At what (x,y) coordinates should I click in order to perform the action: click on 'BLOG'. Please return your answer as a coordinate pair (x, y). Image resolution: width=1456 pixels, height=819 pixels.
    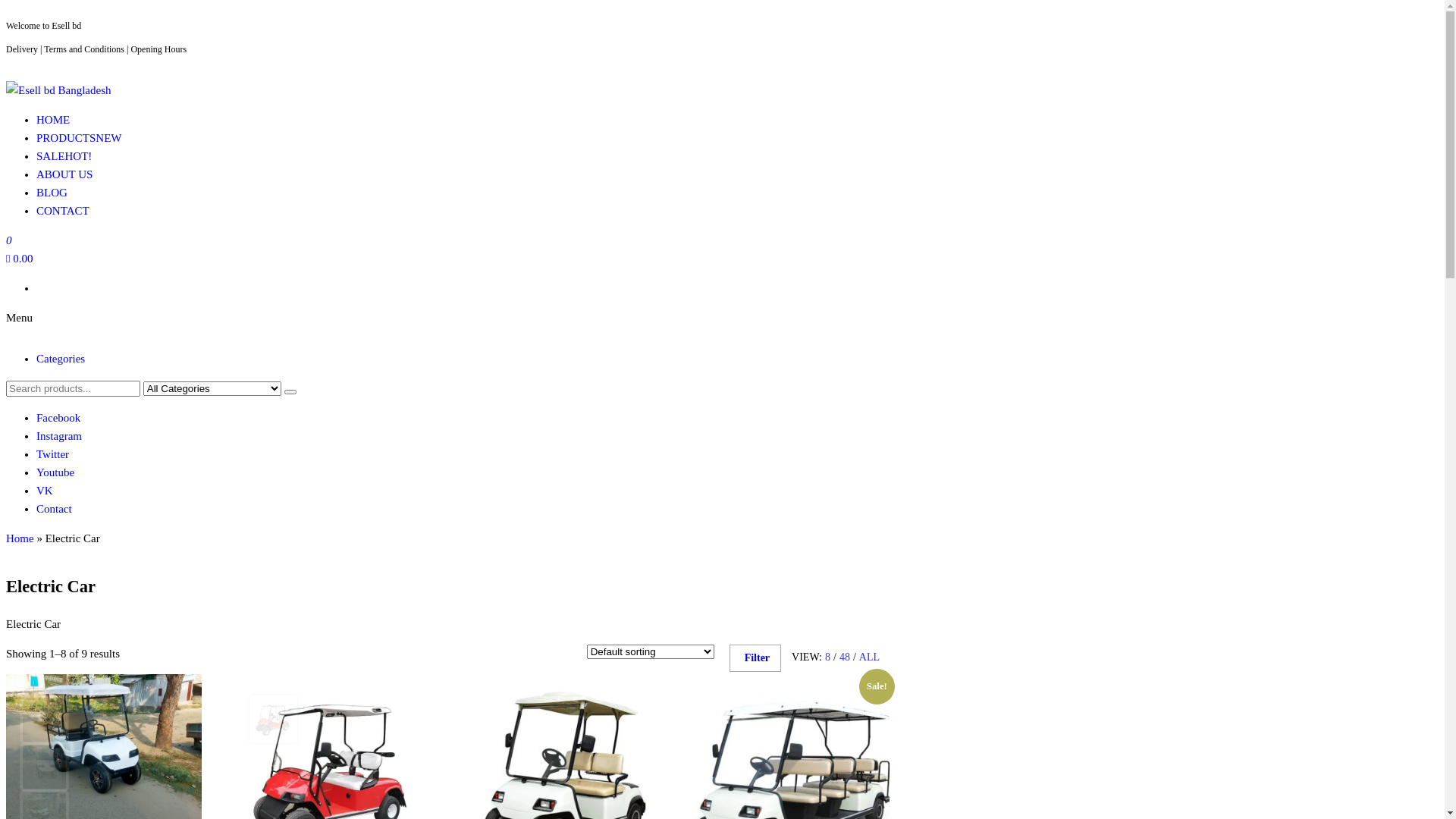
    Looking at the image, I should click on (52, 192).